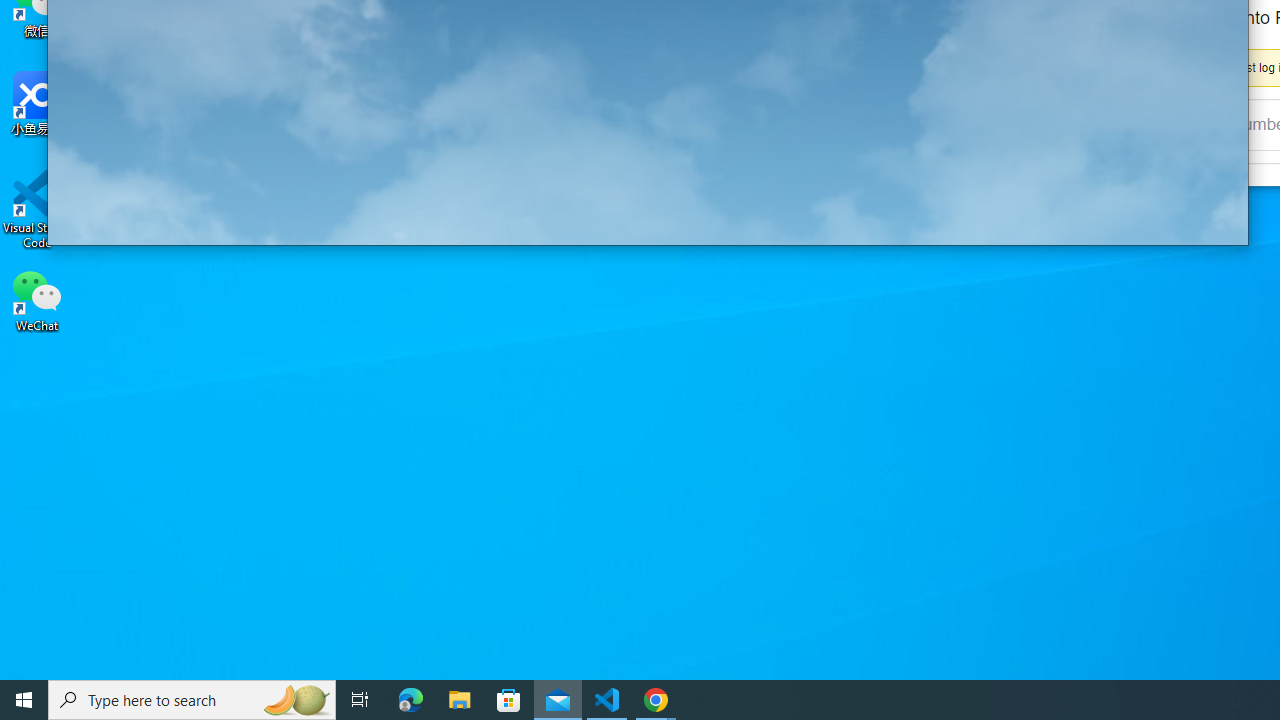  Describe the element at coordinates (410, 698) in the screenshot. I see `'Microsoft Edge'` at that location.